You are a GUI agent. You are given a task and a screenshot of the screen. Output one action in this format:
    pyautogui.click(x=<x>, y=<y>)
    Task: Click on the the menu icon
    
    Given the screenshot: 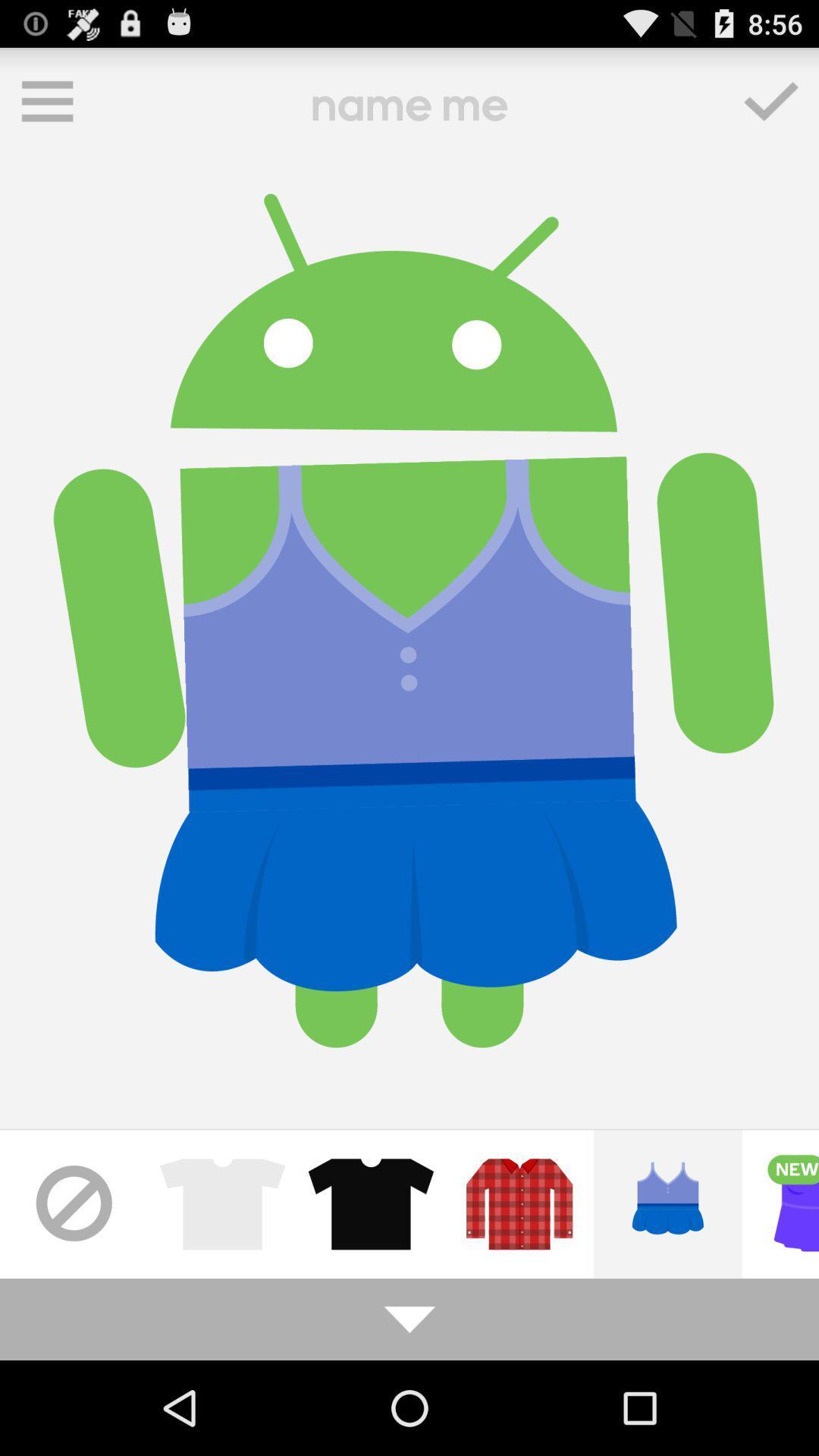 What is the action you would take?
    pyautogui.click(x=46, y=108)
    